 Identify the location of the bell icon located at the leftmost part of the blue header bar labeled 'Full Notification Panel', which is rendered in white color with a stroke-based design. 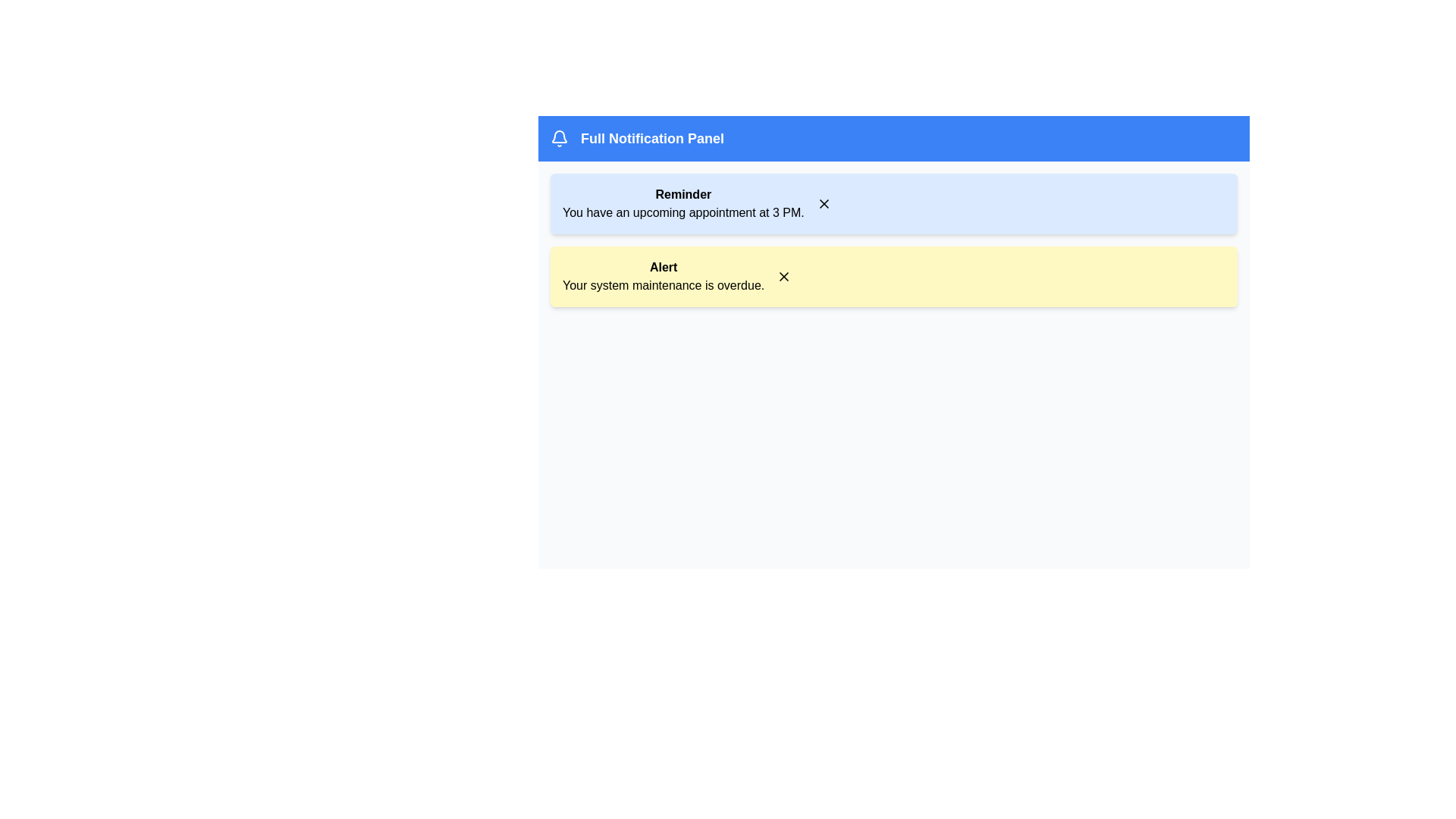
(559, 138).